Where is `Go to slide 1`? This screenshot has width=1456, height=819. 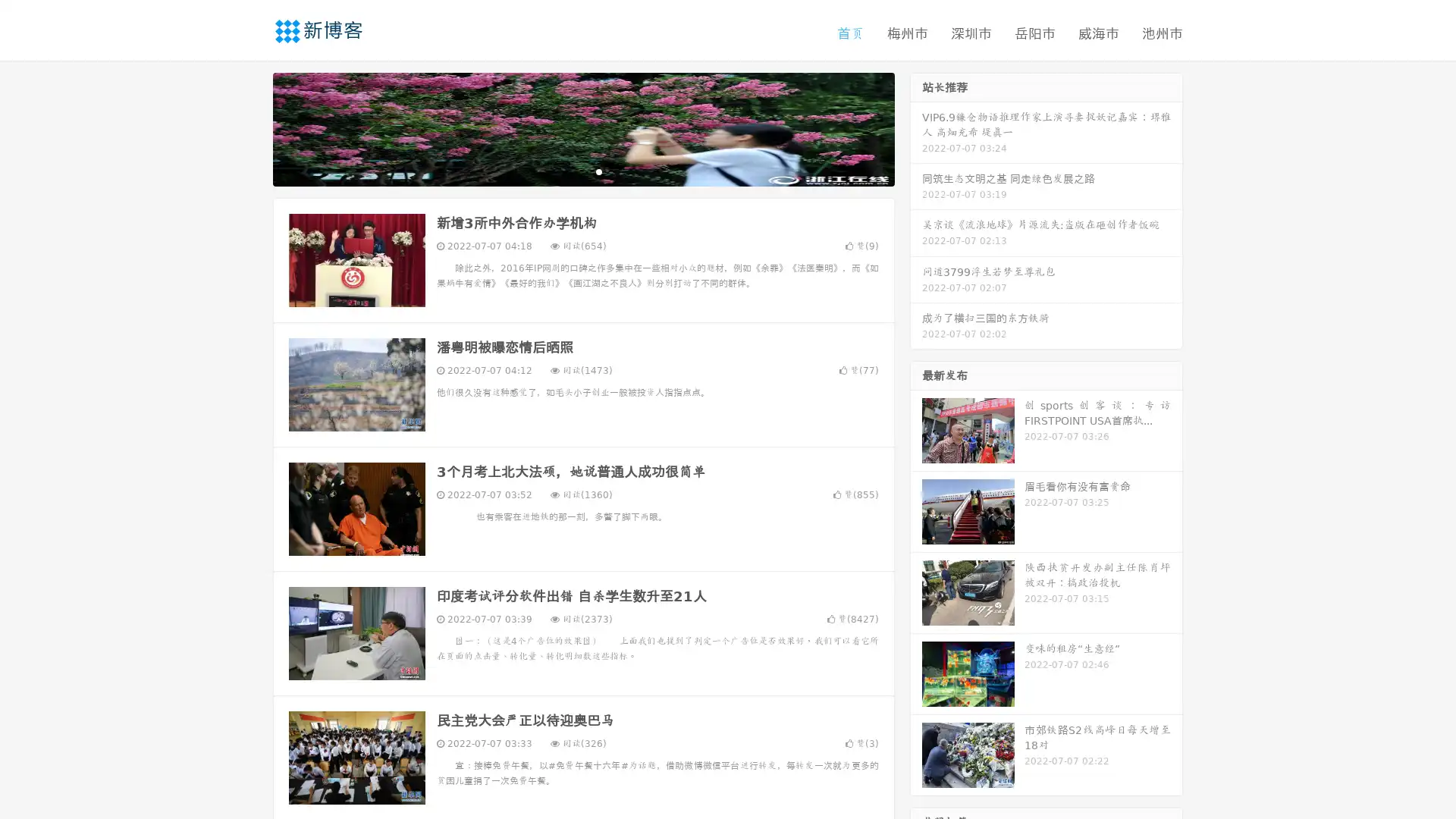
Go to slide 1 is located at coordinates (567, 171).